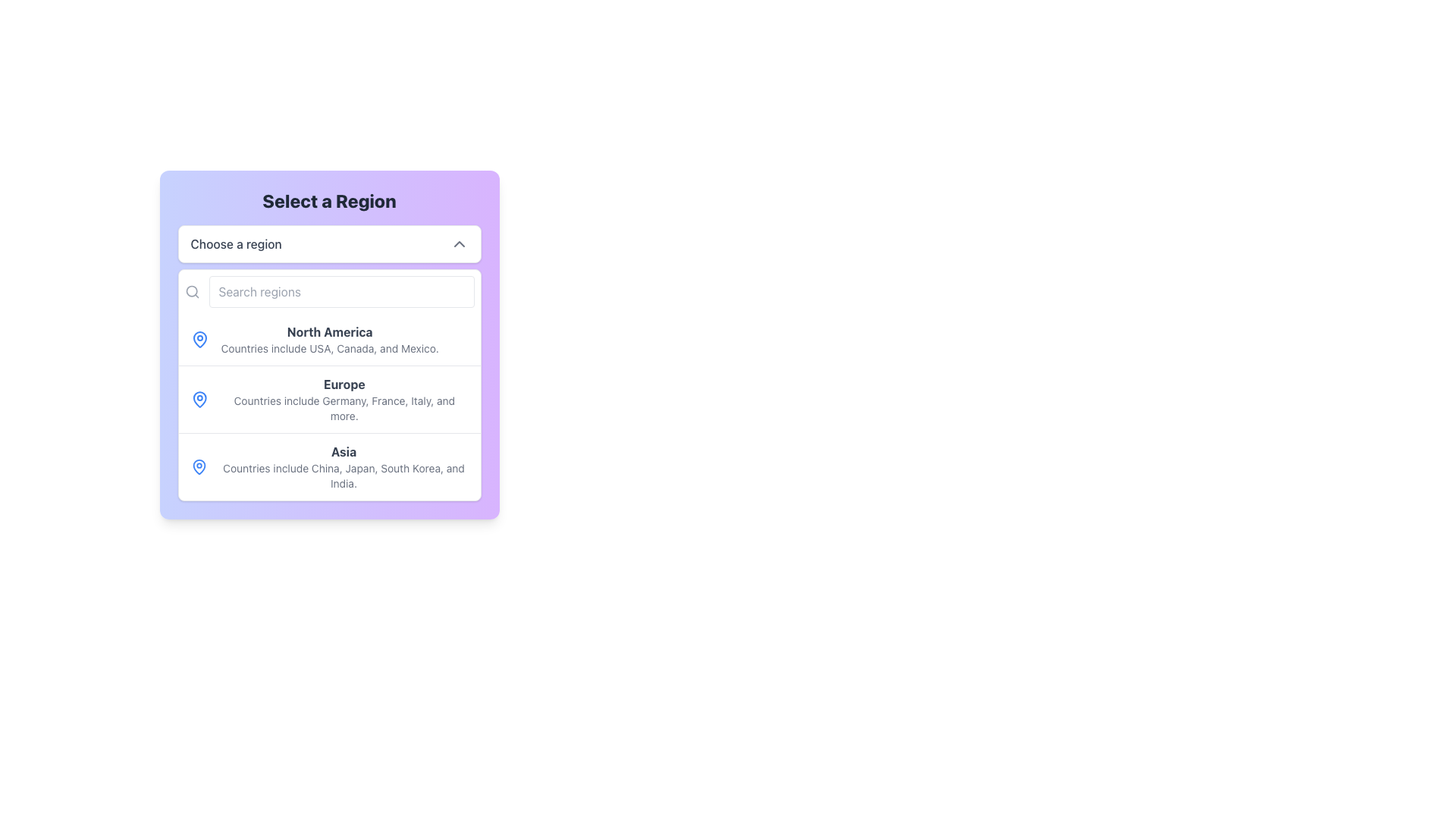 The height and width of the screenshot is (819, 1456). I want to click on the text label that provides a brief and supplementary description of countries in Europe, located directly beneath the 'Europe' text in the 'Select a Region' modal, so click(344, 408).